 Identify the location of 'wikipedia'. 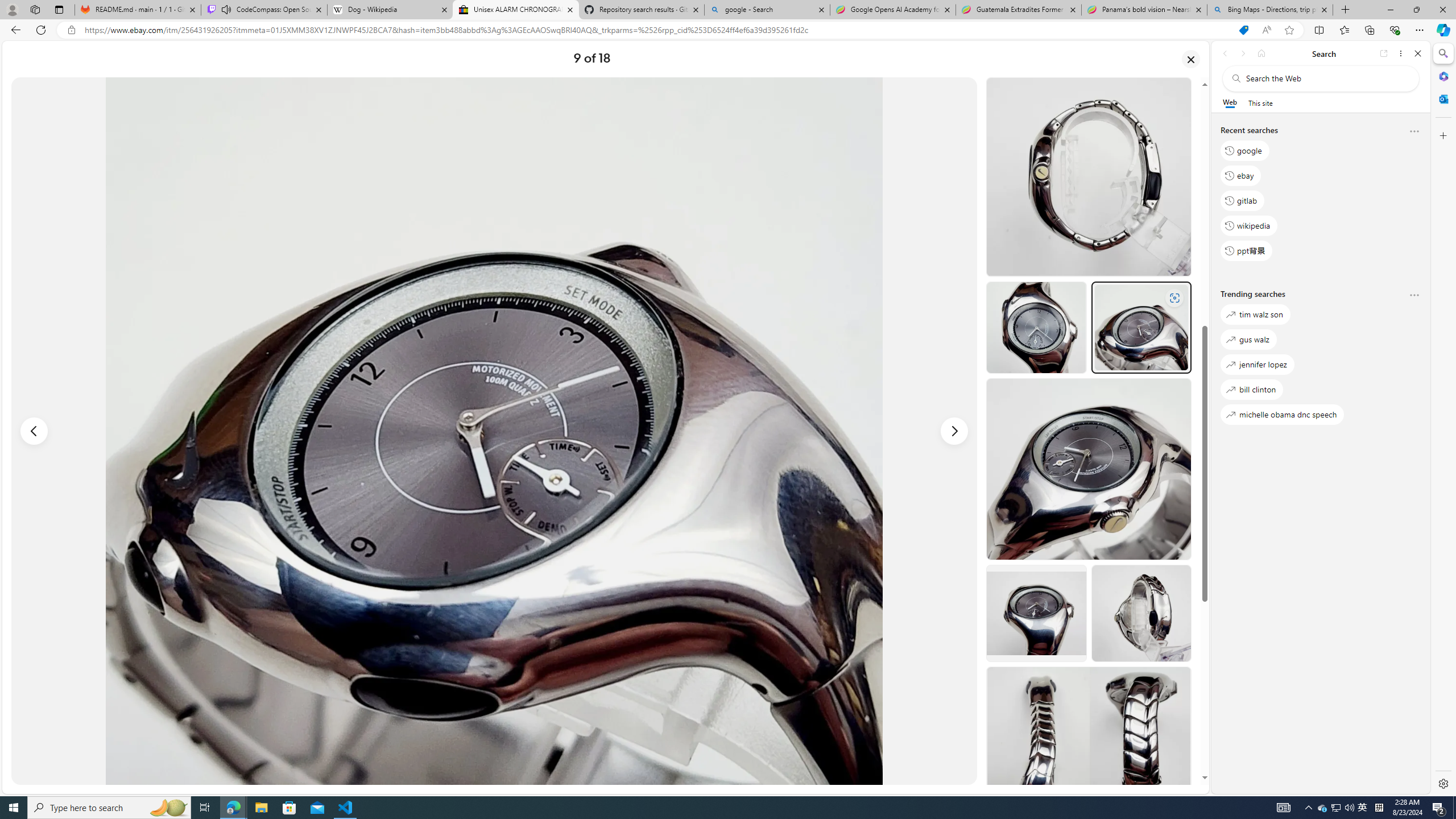
(1249, 225).